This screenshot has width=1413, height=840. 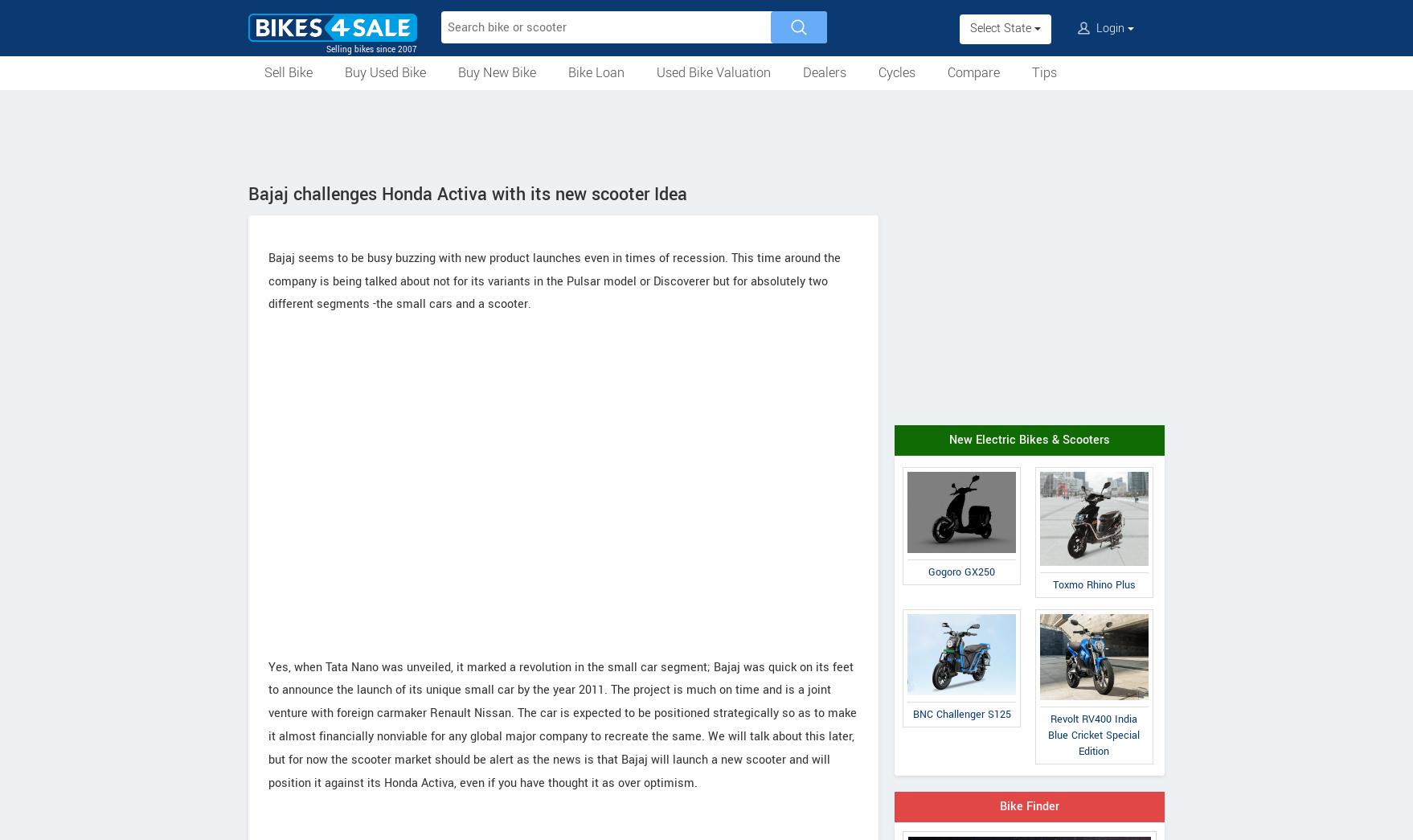 I want to click on 'Toxmo Rhino Plus', so click(x=1092, y=584).